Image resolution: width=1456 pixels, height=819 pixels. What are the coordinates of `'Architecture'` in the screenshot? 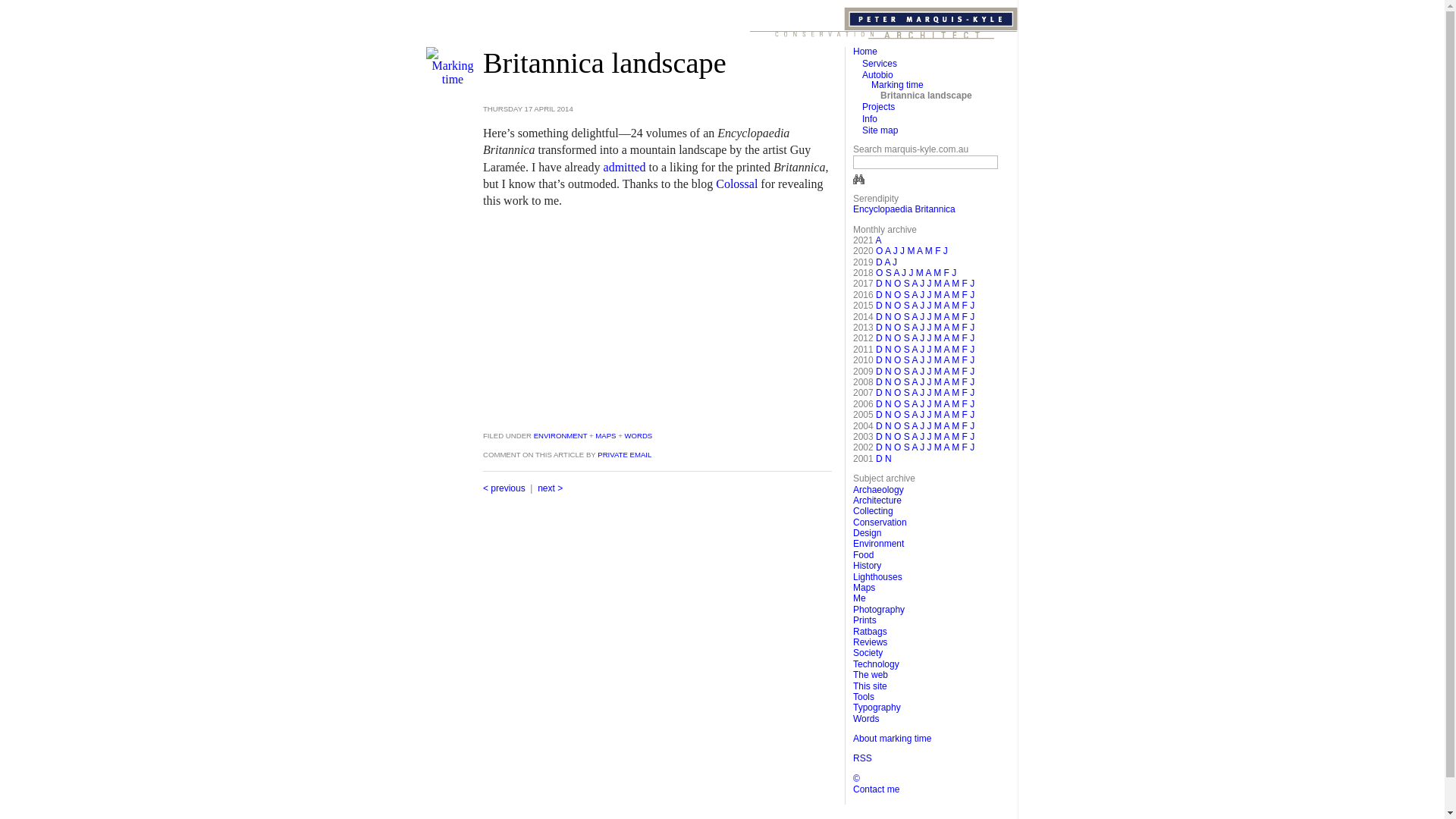 It's located at (877, 500).